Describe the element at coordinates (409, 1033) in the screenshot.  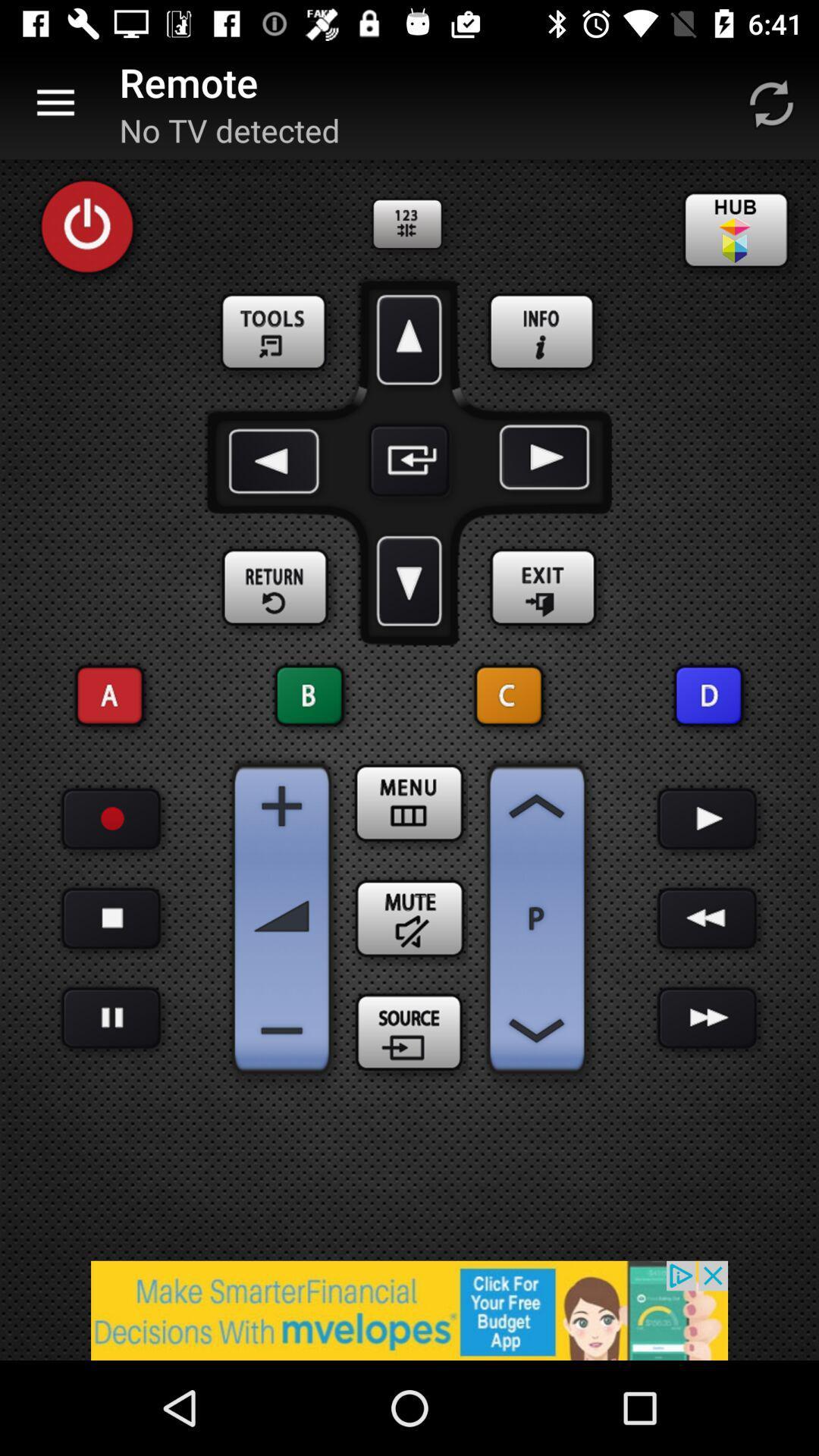
I see `change source` at that location.